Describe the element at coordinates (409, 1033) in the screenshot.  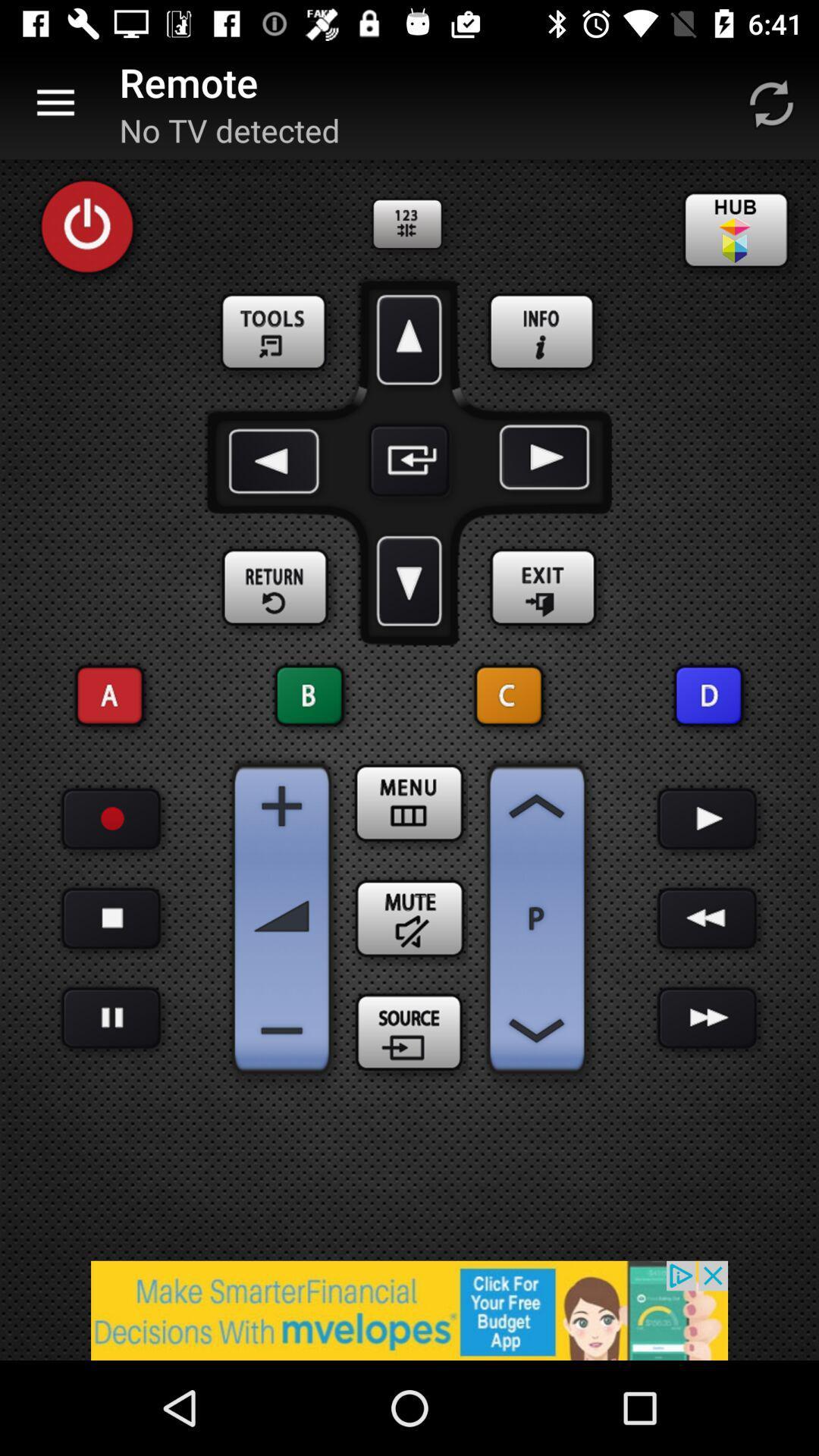
I see `change source` at that location.